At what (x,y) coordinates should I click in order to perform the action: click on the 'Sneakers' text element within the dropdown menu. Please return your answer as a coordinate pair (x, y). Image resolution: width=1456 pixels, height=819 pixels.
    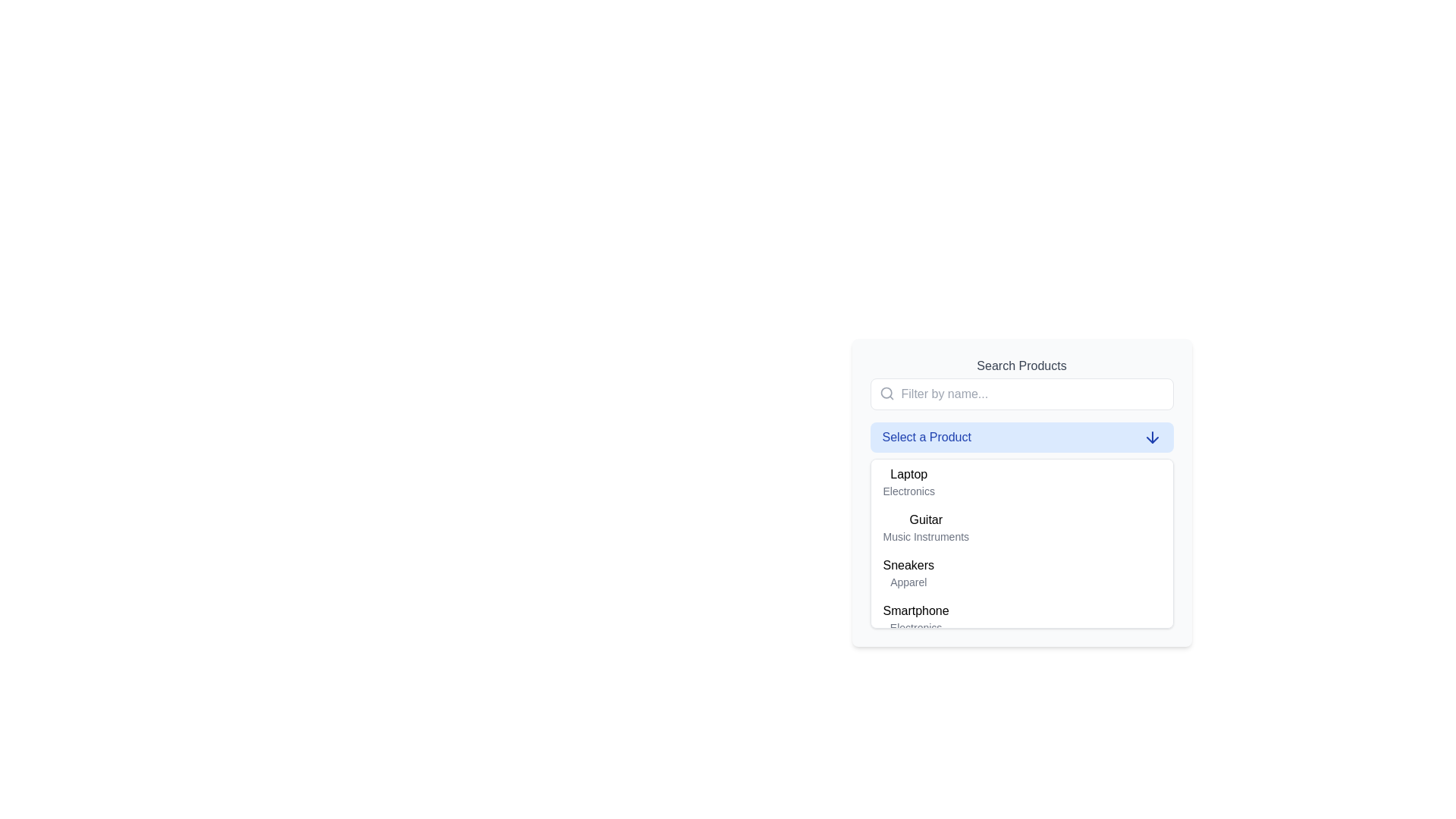
    Looking at the image, I should click on (908, 565).